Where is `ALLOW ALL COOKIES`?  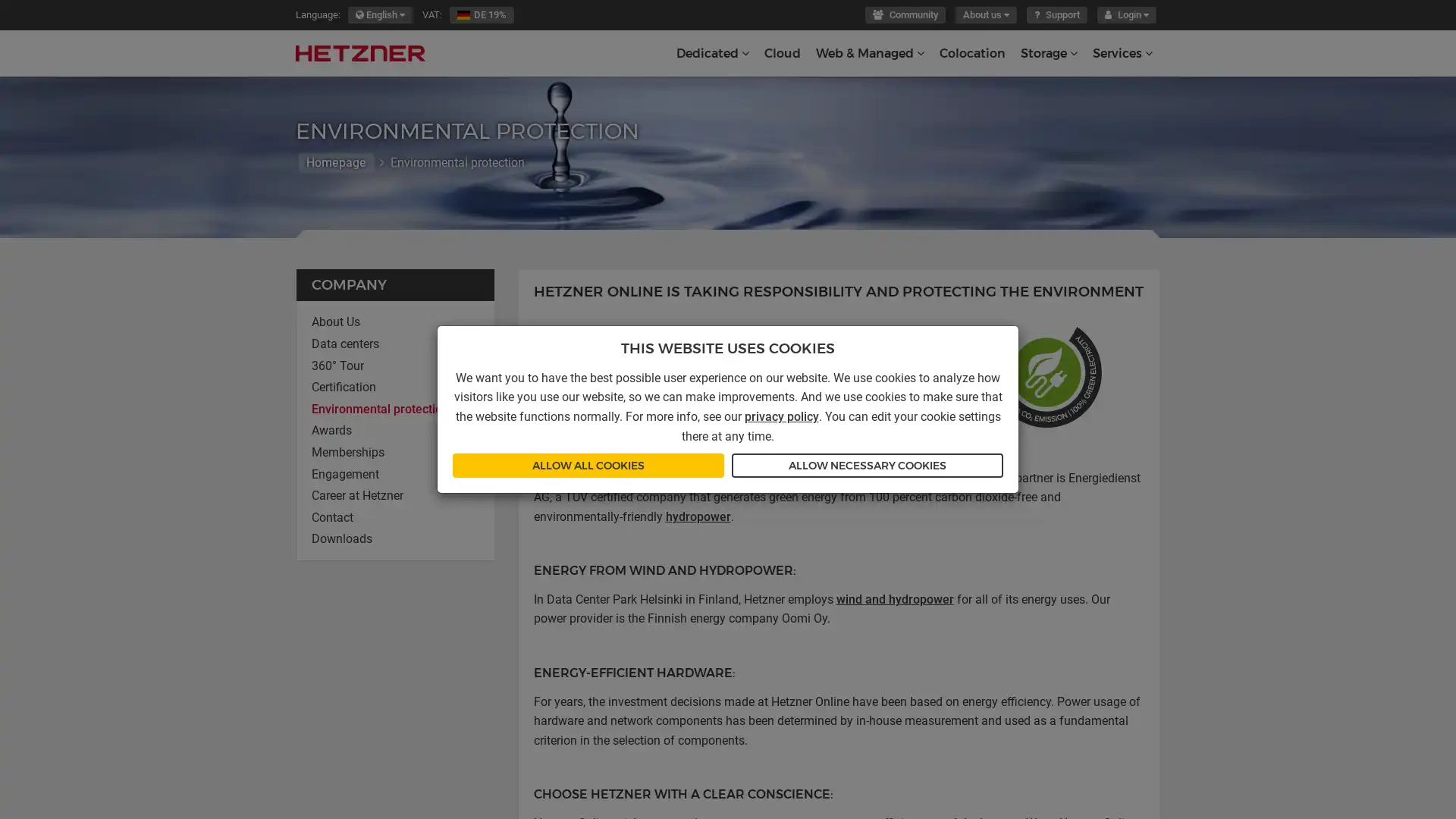 ALLOW ALL COOKIES is located at coordinates (588, 464).